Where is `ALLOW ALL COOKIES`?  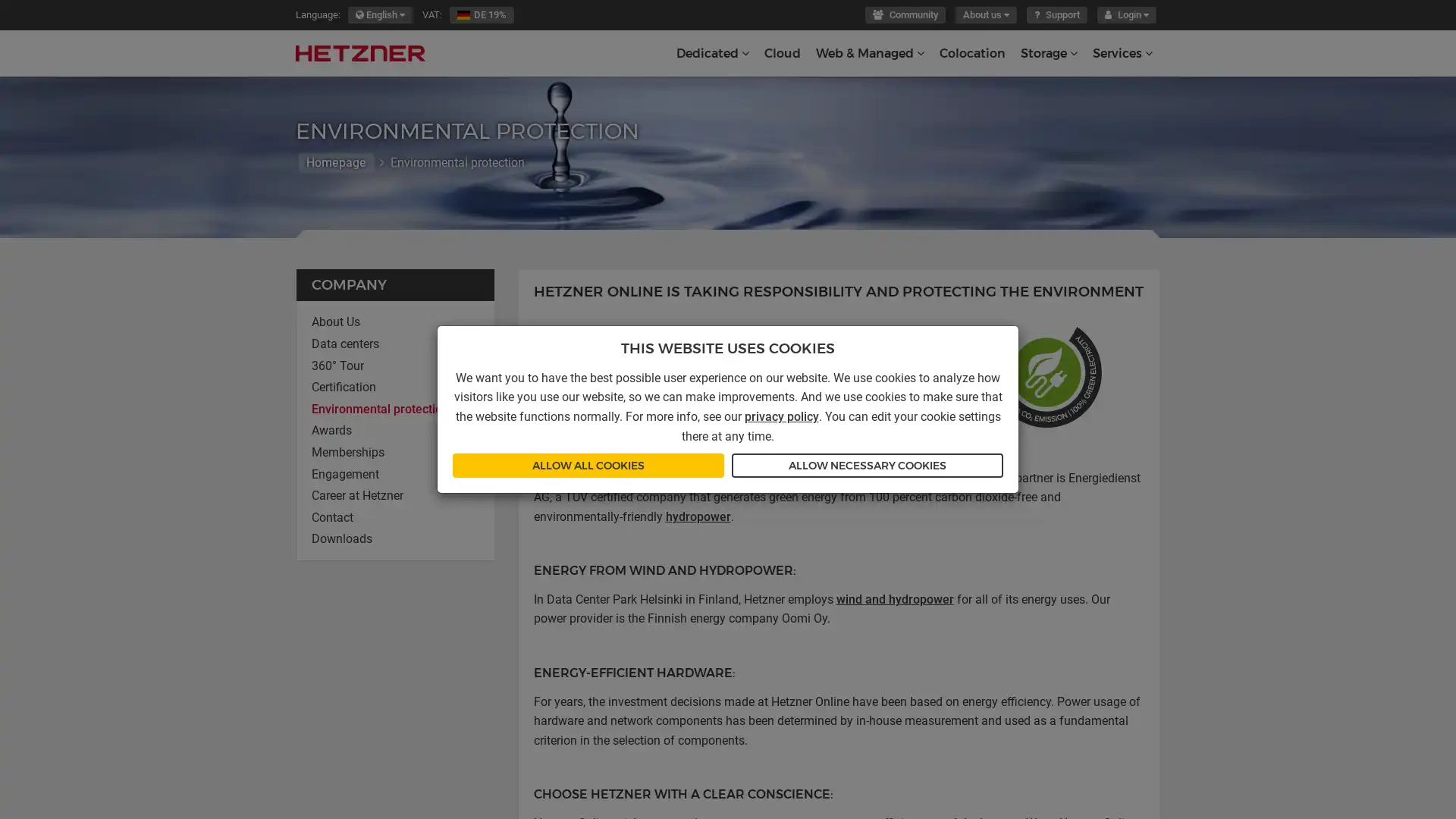 ALLOW ALL COOKIES is located at coordinates (588, 464).